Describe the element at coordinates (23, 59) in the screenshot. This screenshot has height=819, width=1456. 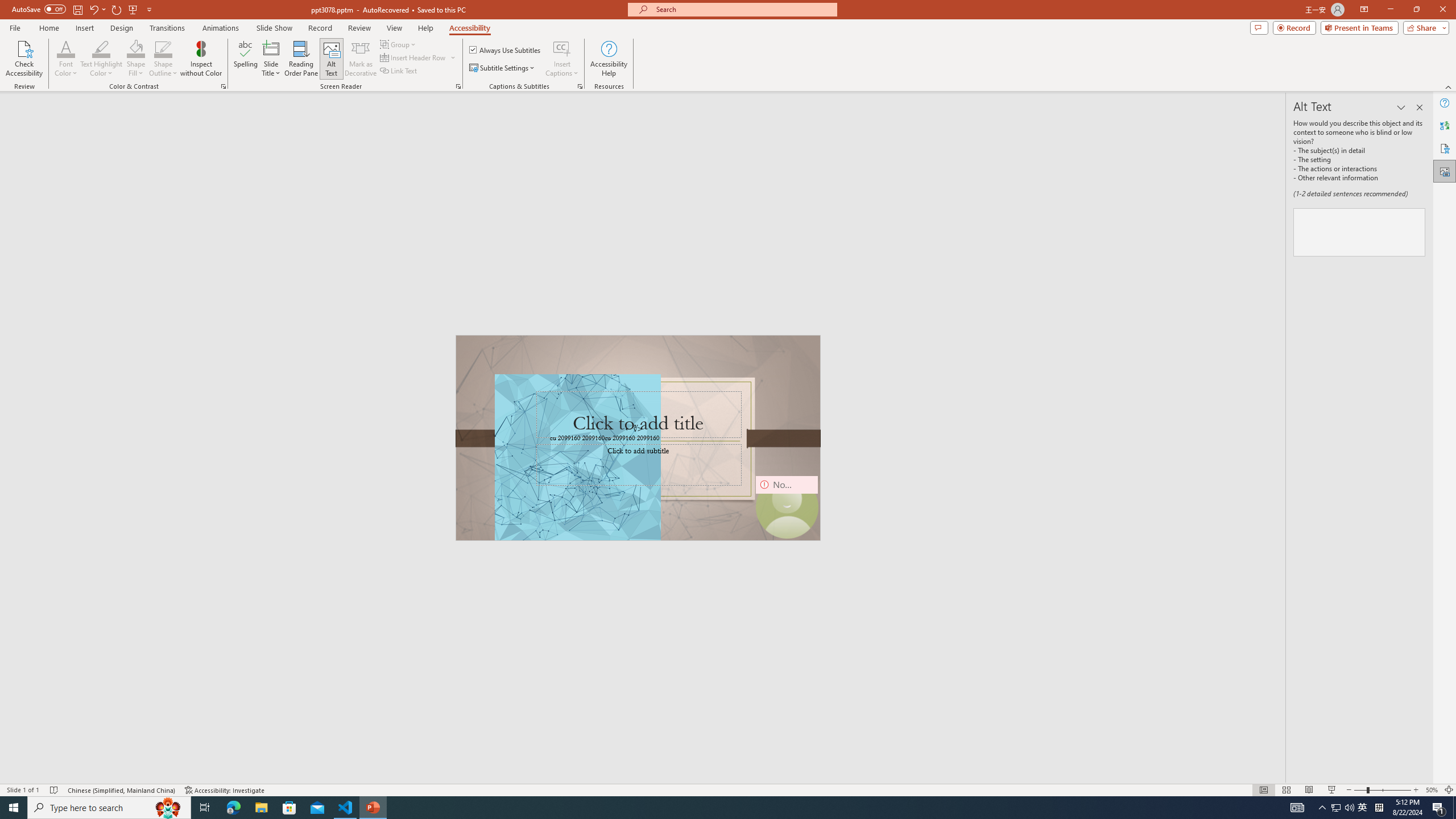
I see `'Check Accessibility'` at that location.